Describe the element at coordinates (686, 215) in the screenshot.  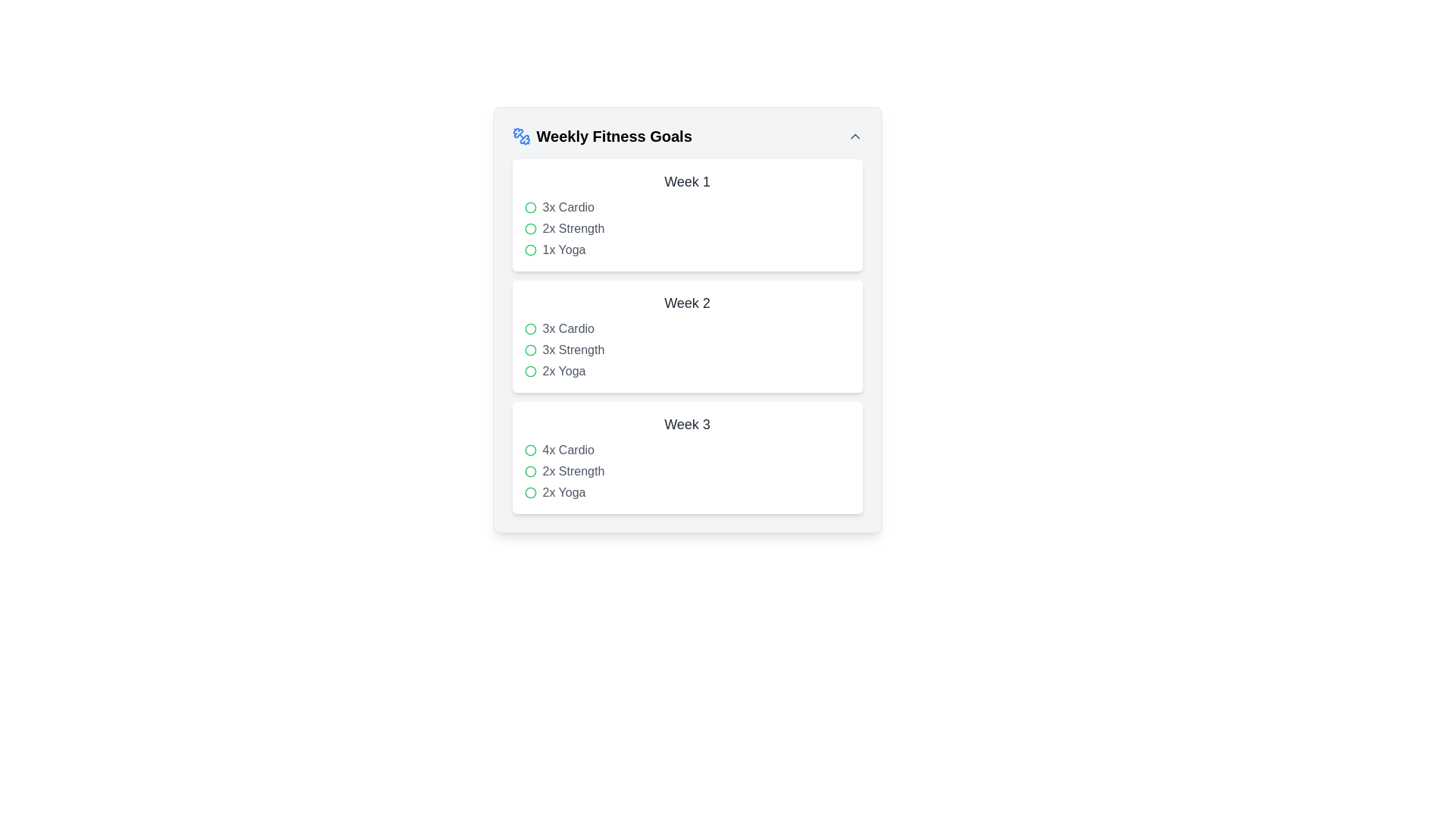
I see `the information listed in the first card of the weekly fitness goals summary, which is located beneath the header 'Weekly Fitness Goals'` at that location.